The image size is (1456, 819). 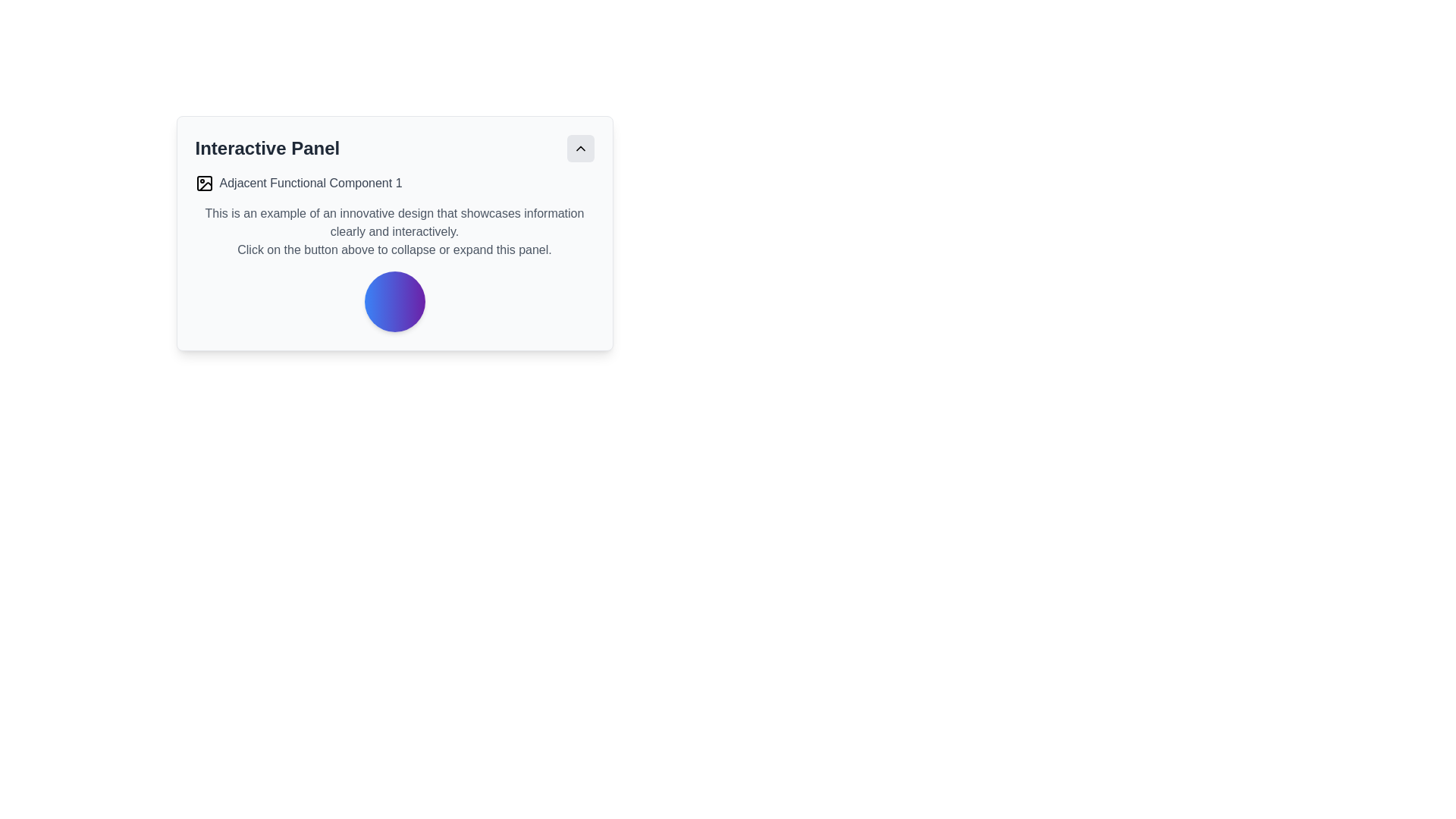 What do you see at coordinates (310, 183) in the screenshot?
I see `the text label displaying 'Adjacent Functional Component 1' which is styled in gray and aligned horizontally with adjacent elements` at bounding box center [310, 183].